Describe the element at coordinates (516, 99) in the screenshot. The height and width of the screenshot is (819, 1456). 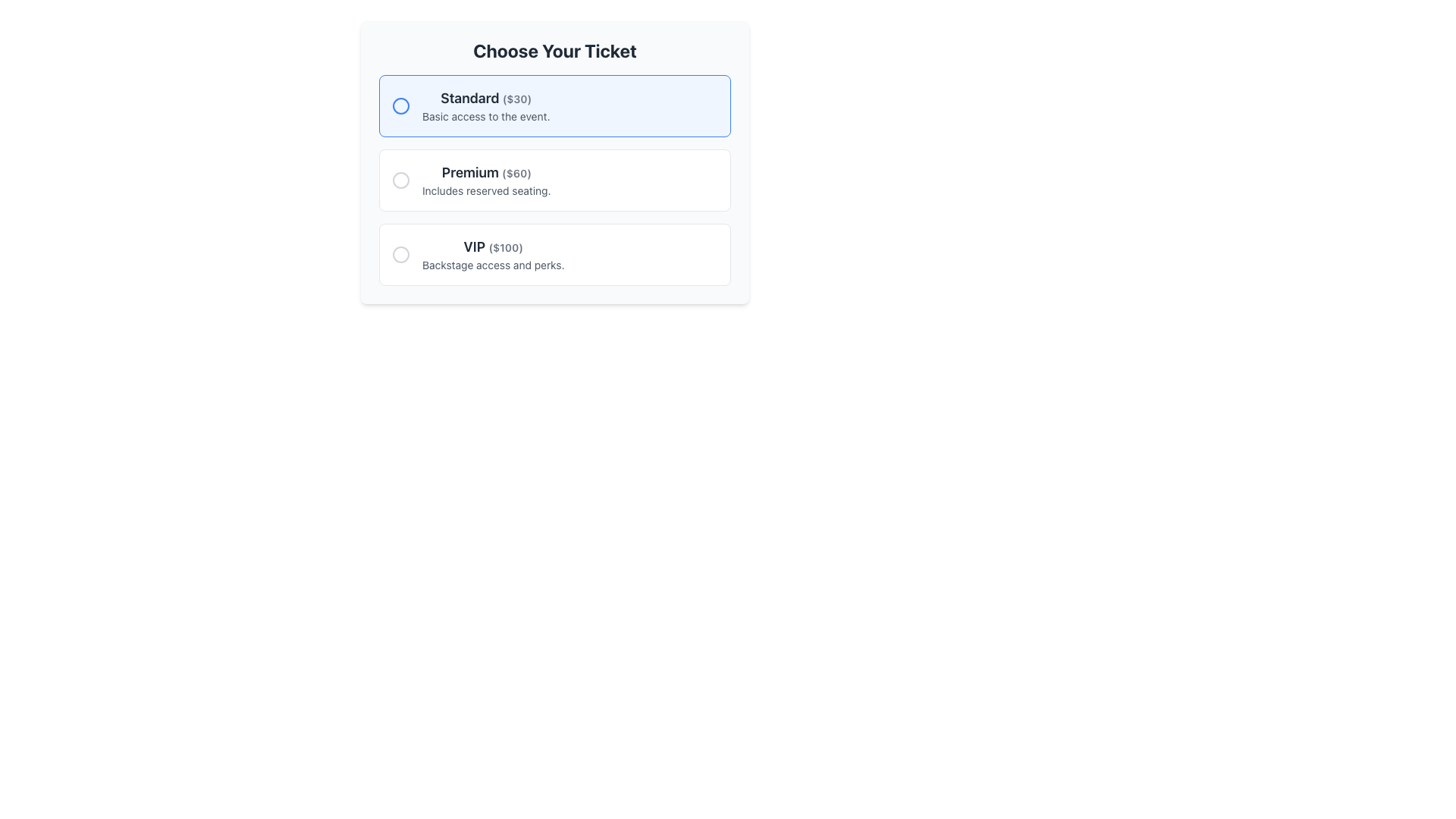
I see `text label displaying '($30)' located to the right of the 'Standard' text in the ticket selection interface` at that location.